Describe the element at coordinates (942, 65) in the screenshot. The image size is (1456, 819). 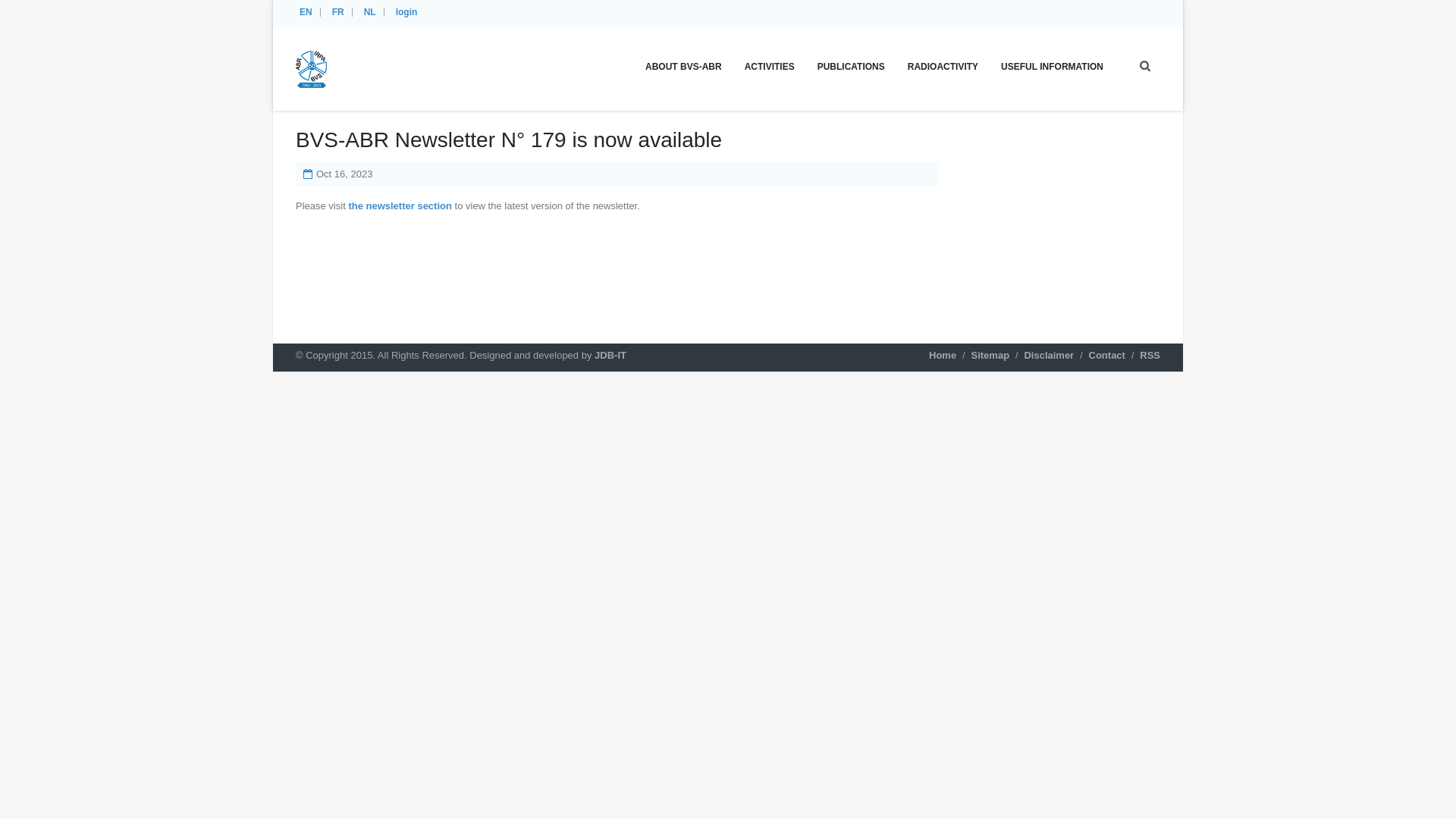
I see `'RADIOACTIVITY'` at that location.